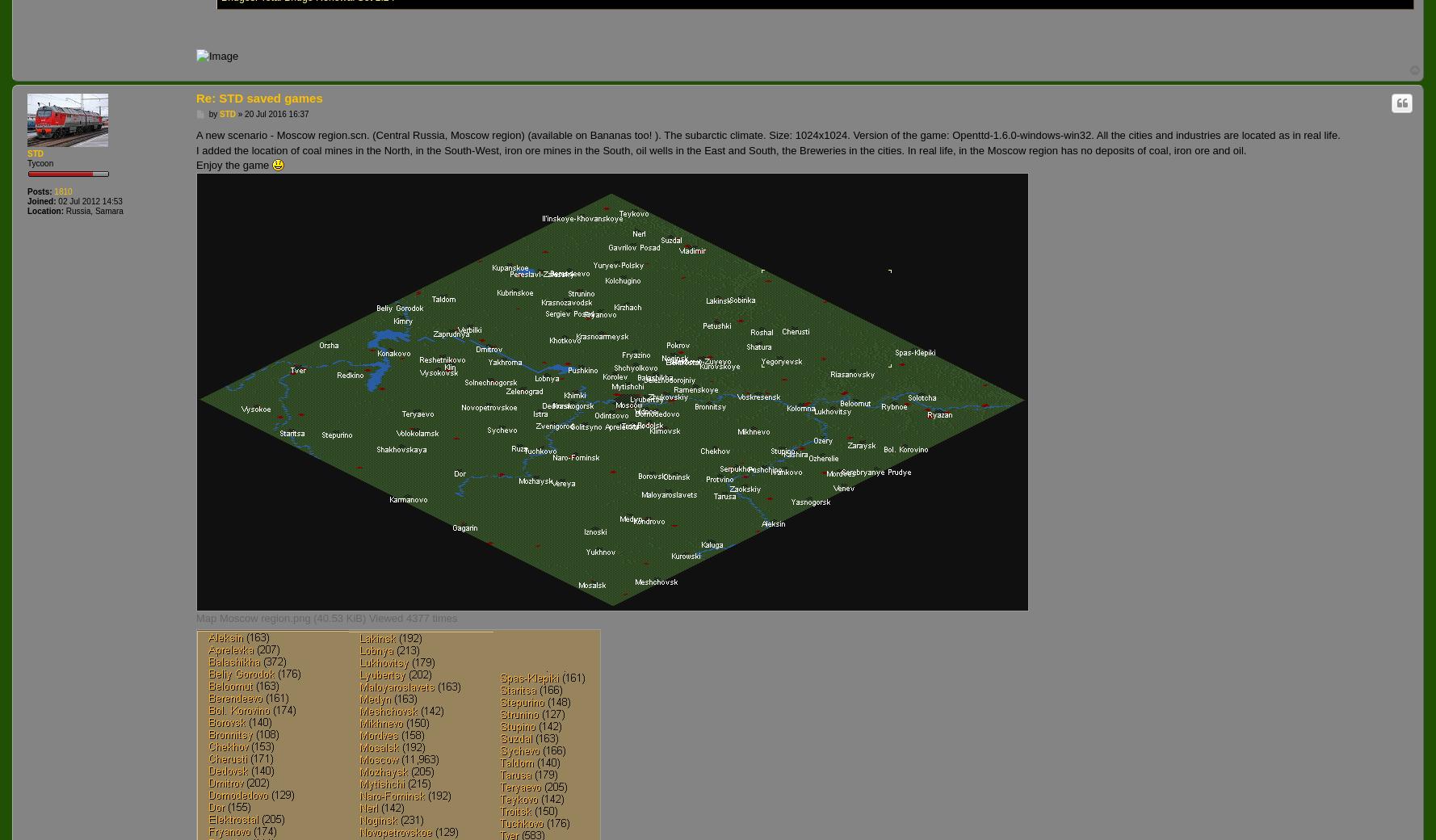 This screenshot has width=1436, height=840. I want to click on 'A new scenario - Moscow region.scn. (Central Russia, Moscow region) (available on Bananas too! ). The subarctic climate. Size: 1024x1024. Version of the game: Openttd-1.6.0-windows-win32. All the cities and industries are located as in real life.', so click(768, 135).